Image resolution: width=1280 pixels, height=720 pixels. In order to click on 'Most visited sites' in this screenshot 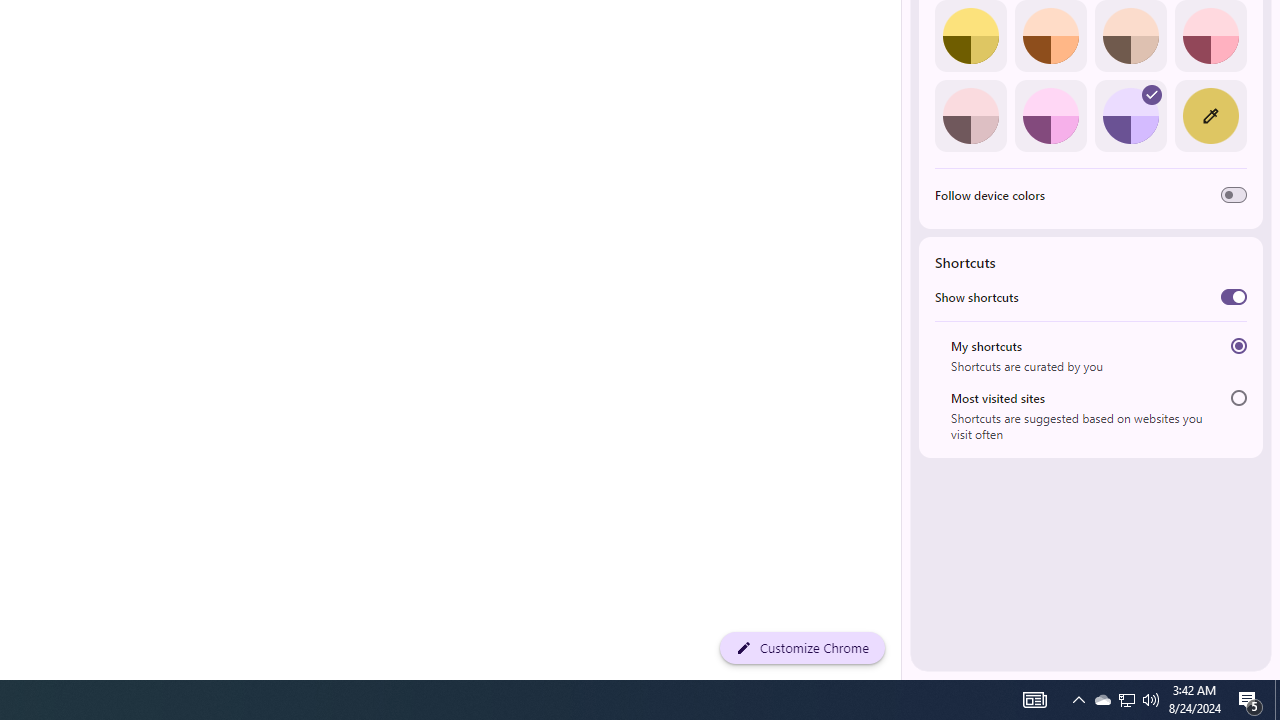, I will do `click(1238, 398)`.